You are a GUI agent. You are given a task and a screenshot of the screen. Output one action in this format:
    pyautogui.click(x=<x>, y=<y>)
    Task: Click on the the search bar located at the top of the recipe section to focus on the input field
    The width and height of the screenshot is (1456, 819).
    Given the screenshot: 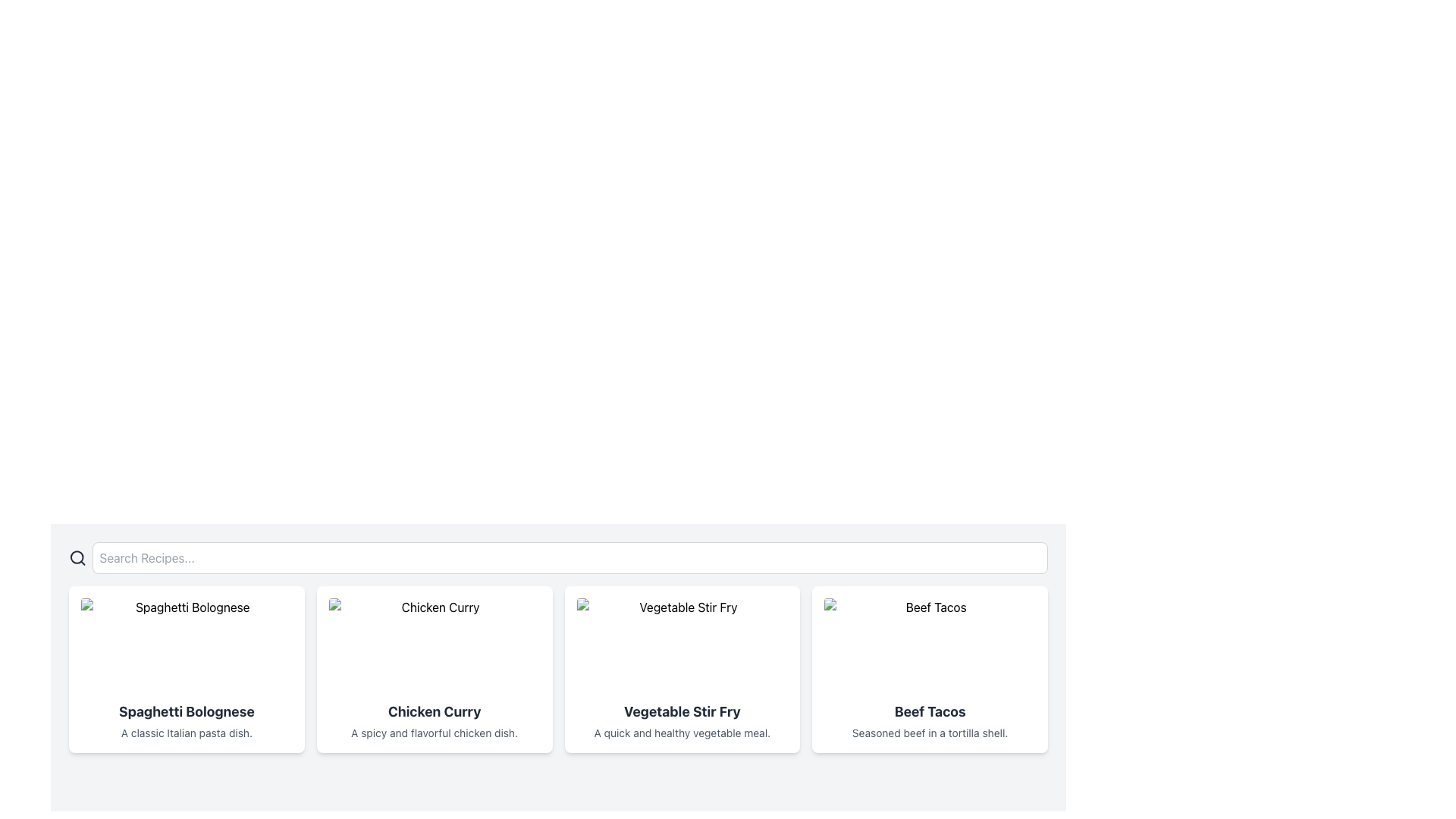 What is the action you would take?
    pyautogui.click(x=557, y=558)
    